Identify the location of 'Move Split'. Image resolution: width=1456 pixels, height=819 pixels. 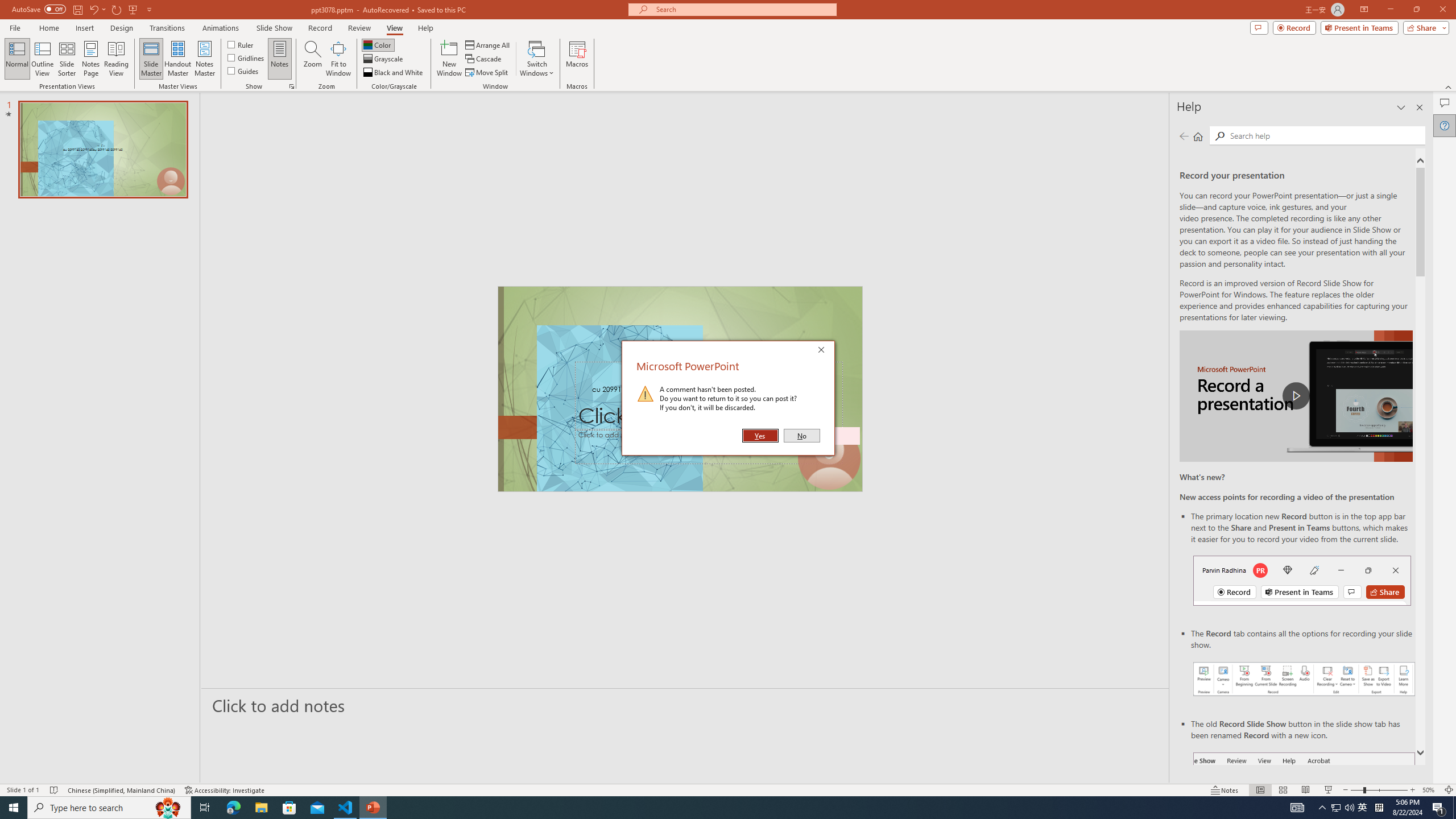
(487, 72).